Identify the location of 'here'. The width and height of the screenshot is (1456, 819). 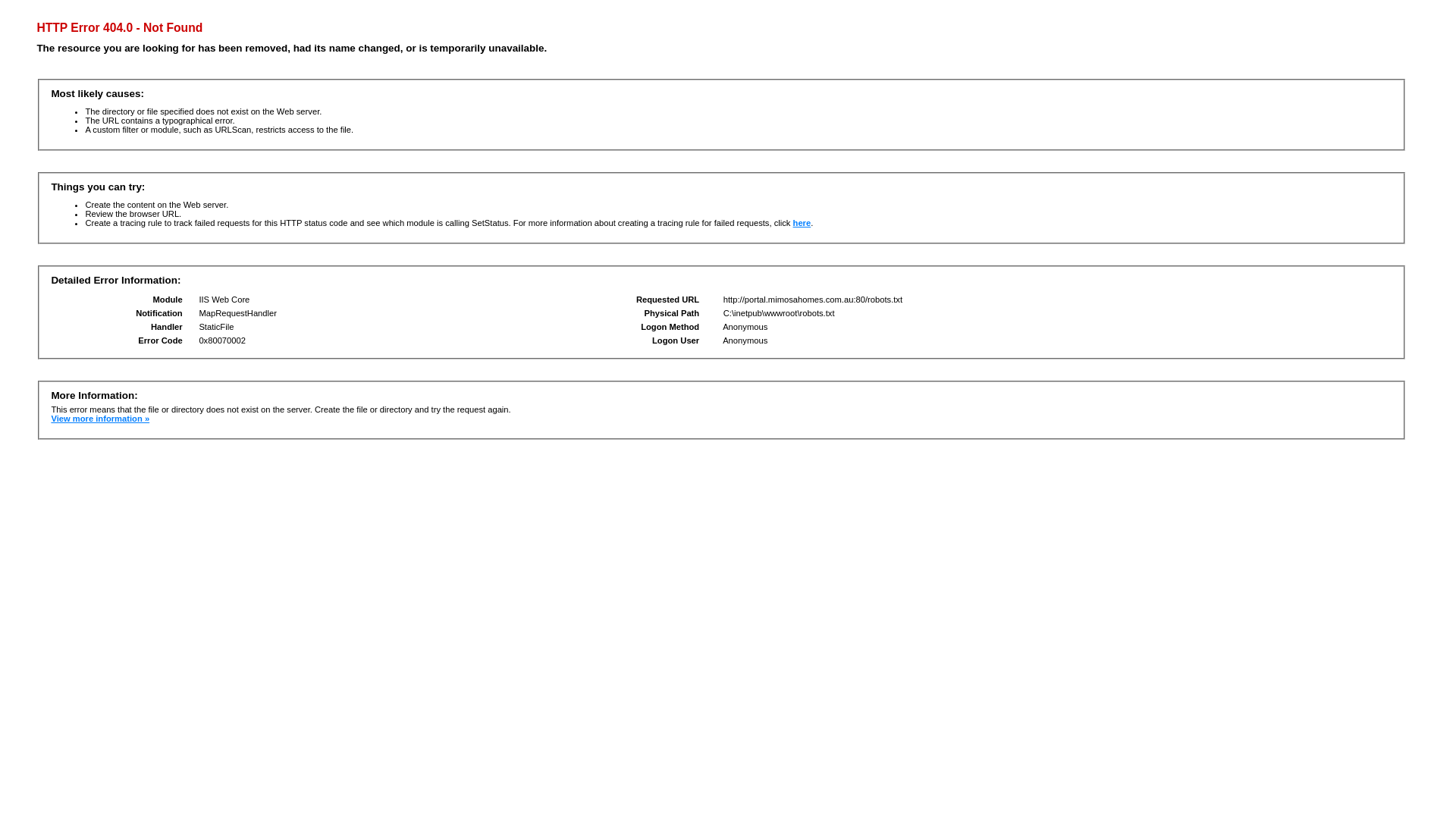
(801, 222).